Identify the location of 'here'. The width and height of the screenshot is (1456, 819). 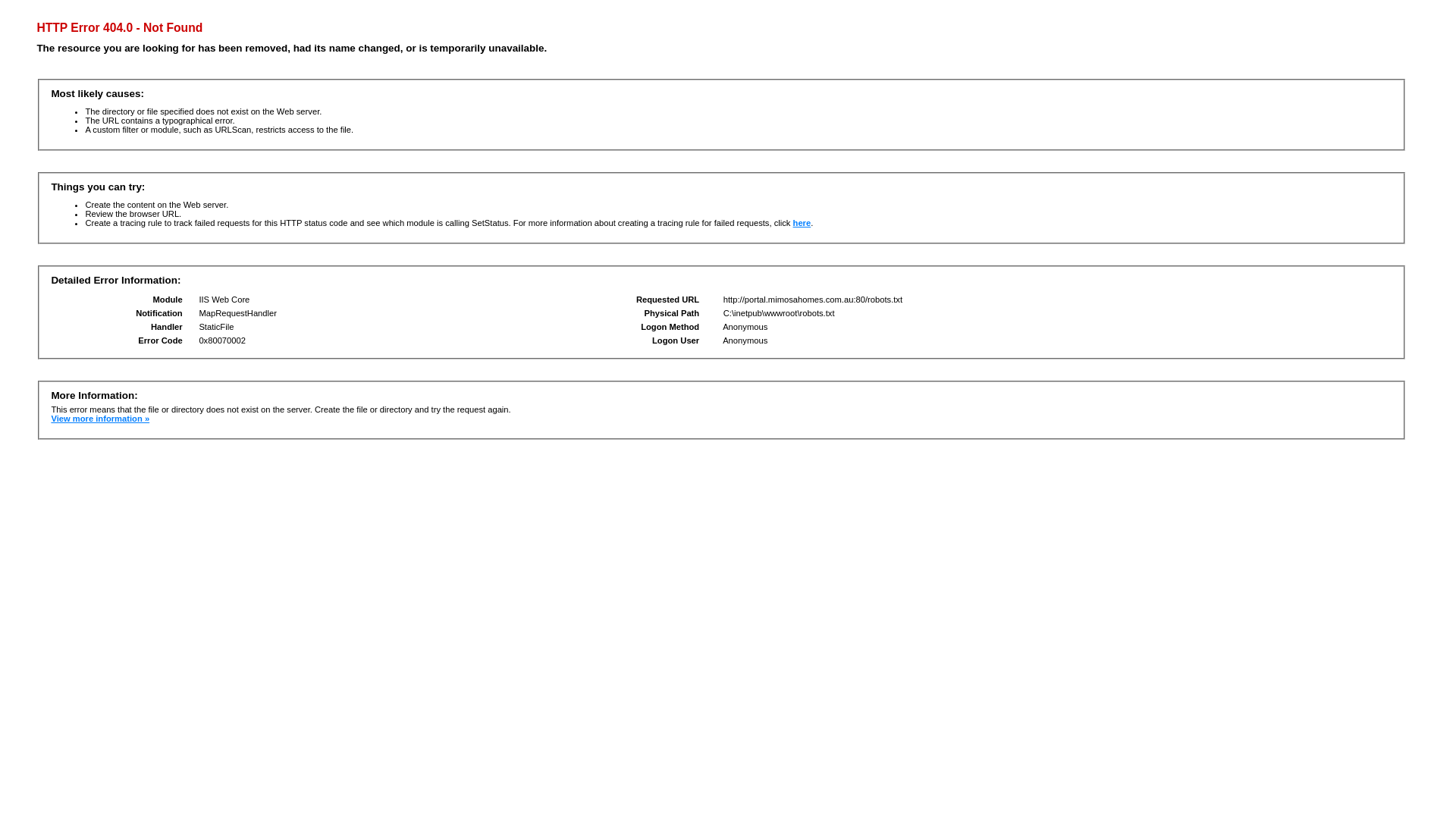
(801, 222).